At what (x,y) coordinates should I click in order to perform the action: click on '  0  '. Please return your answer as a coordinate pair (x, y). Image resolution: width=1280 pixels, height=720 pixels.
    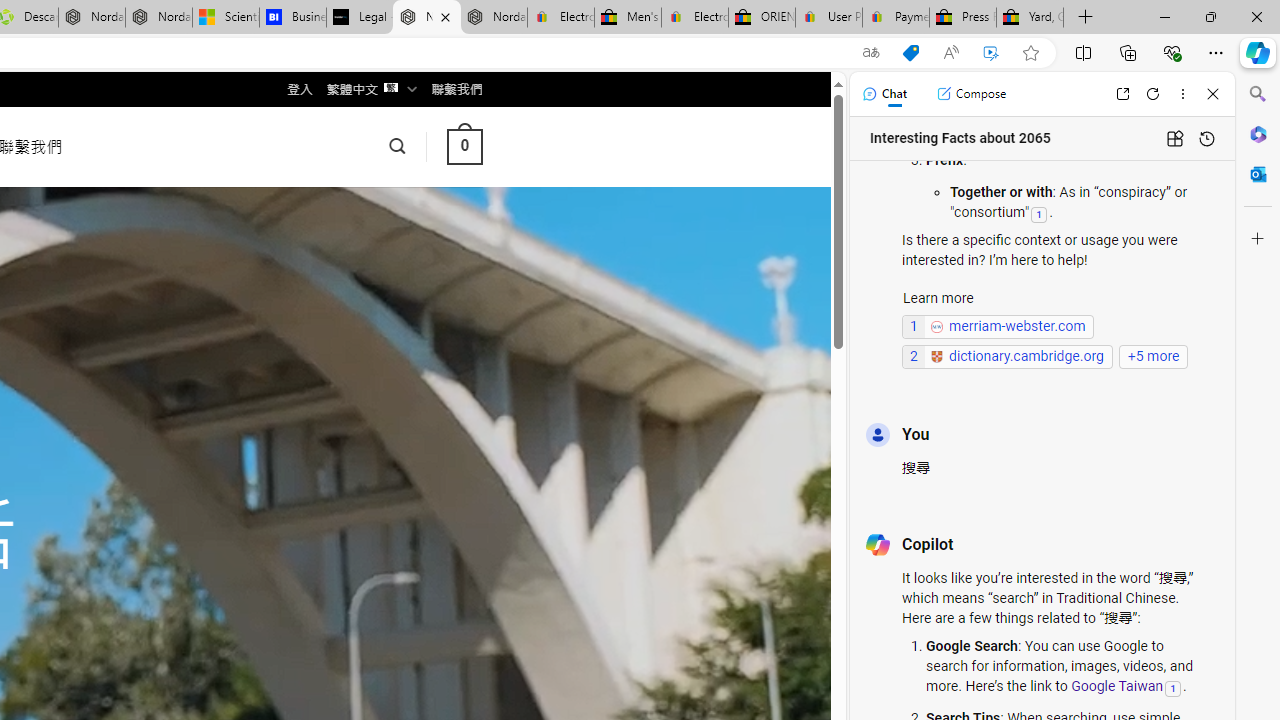
    Looking at the image, I should click on (463, 145).